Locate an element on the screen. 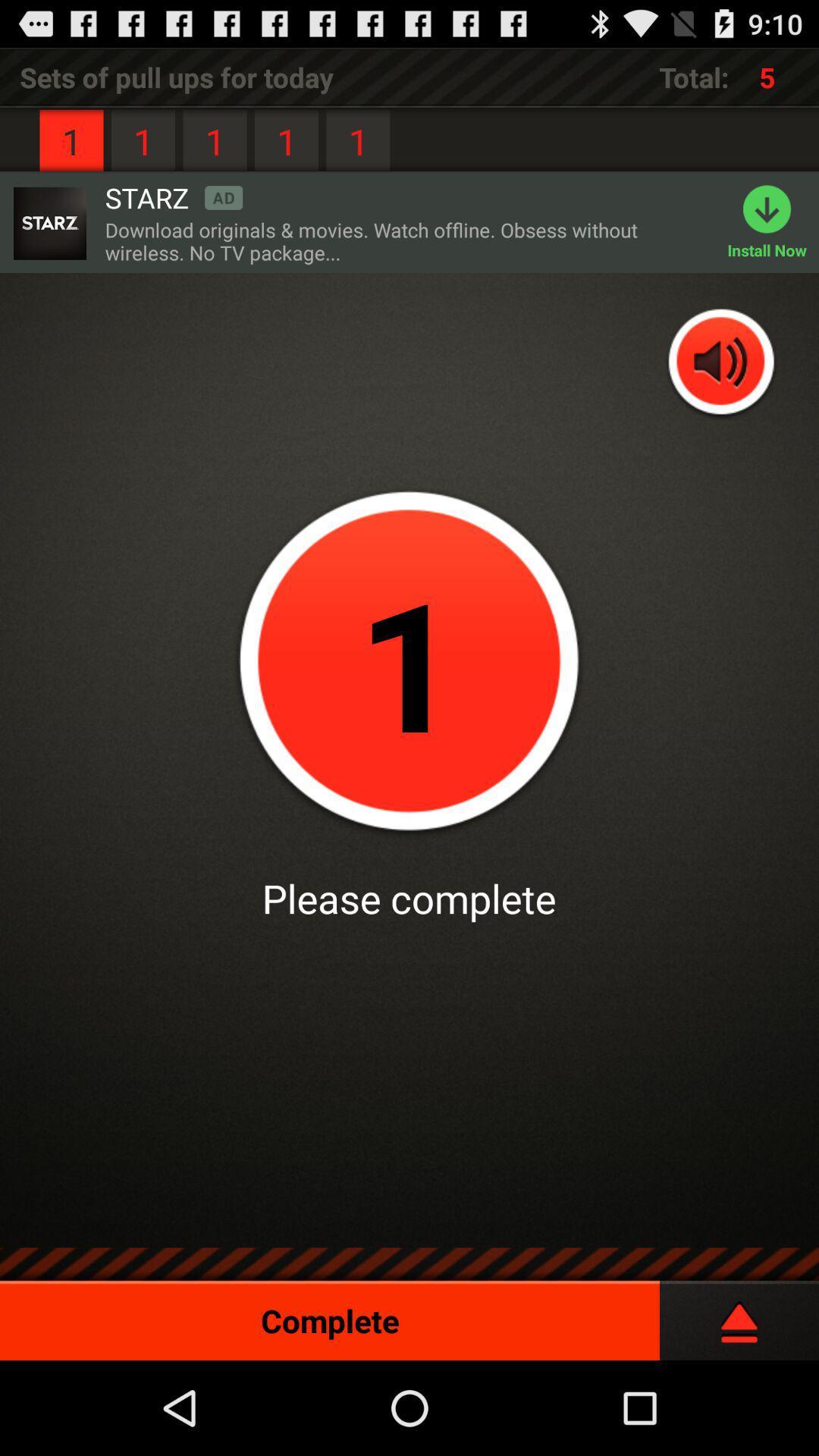 The height and width of the screenshot is (1456, 819). download starz app is located at coordinates (49, 222).